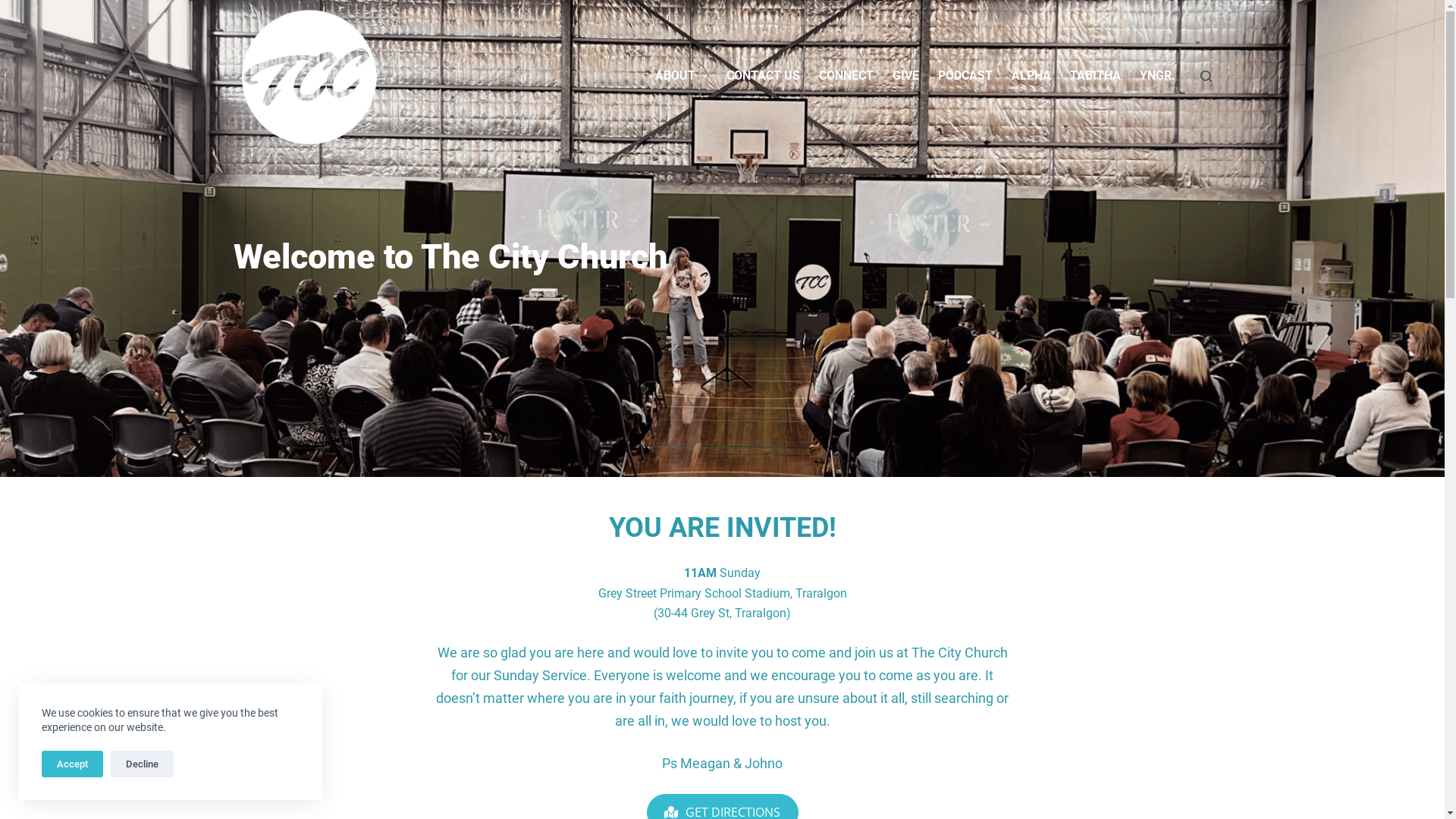 Image resolution: width=1456 pixels, height=819 pixels. Describe the element at coordinates (1002, 76) in the screenshot. I see `'ALPHA'` at that location.